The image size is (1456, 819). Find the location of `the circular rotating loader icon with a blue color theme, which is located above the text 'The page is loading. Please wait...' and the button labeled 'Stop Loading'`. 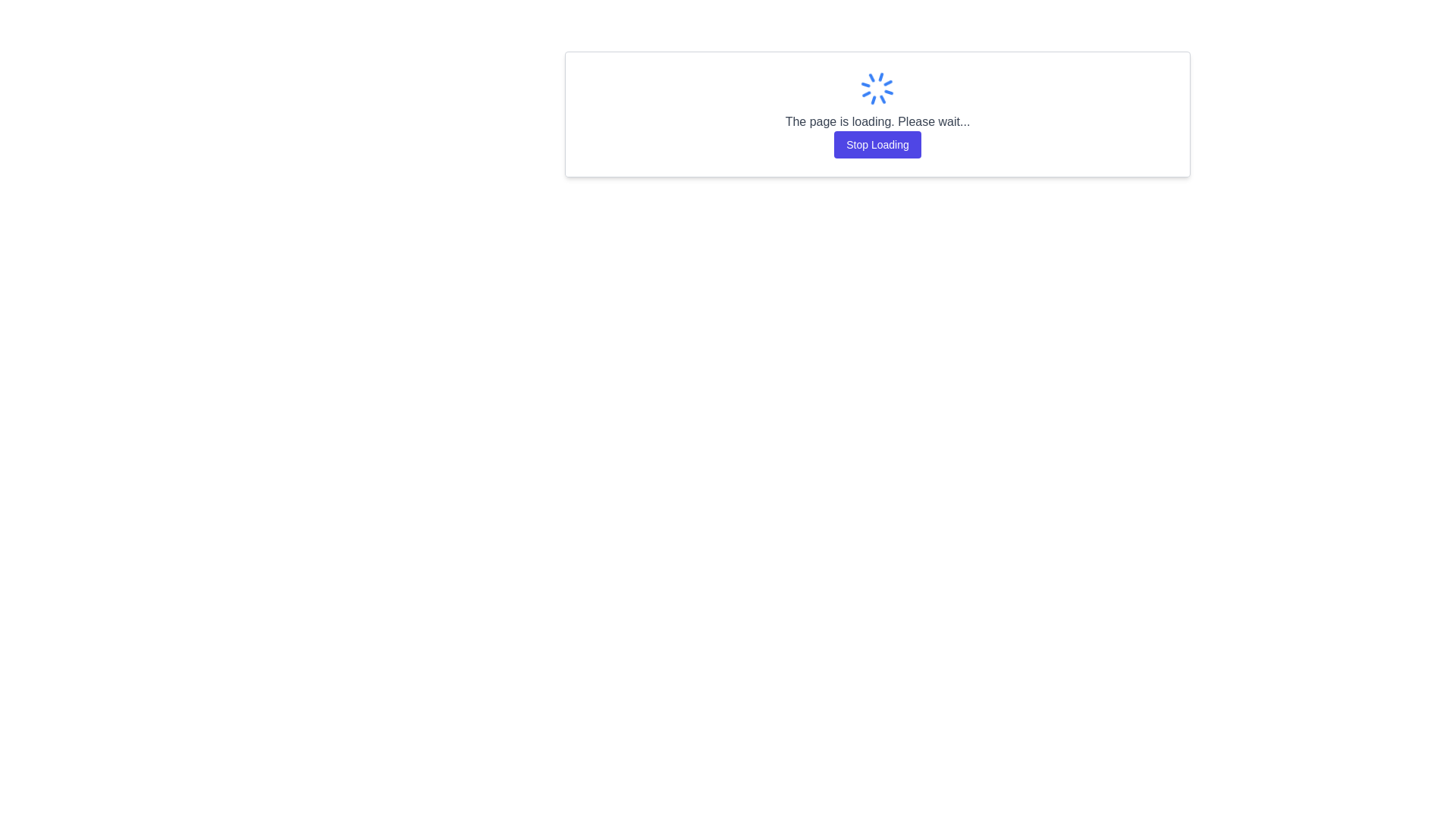

the circular rotating loader icon with a blue color theme, which is located above the text 'The page is loading. Please wait...' and the button labeled 'Stop Loading' is located at coordinates (877, 88).